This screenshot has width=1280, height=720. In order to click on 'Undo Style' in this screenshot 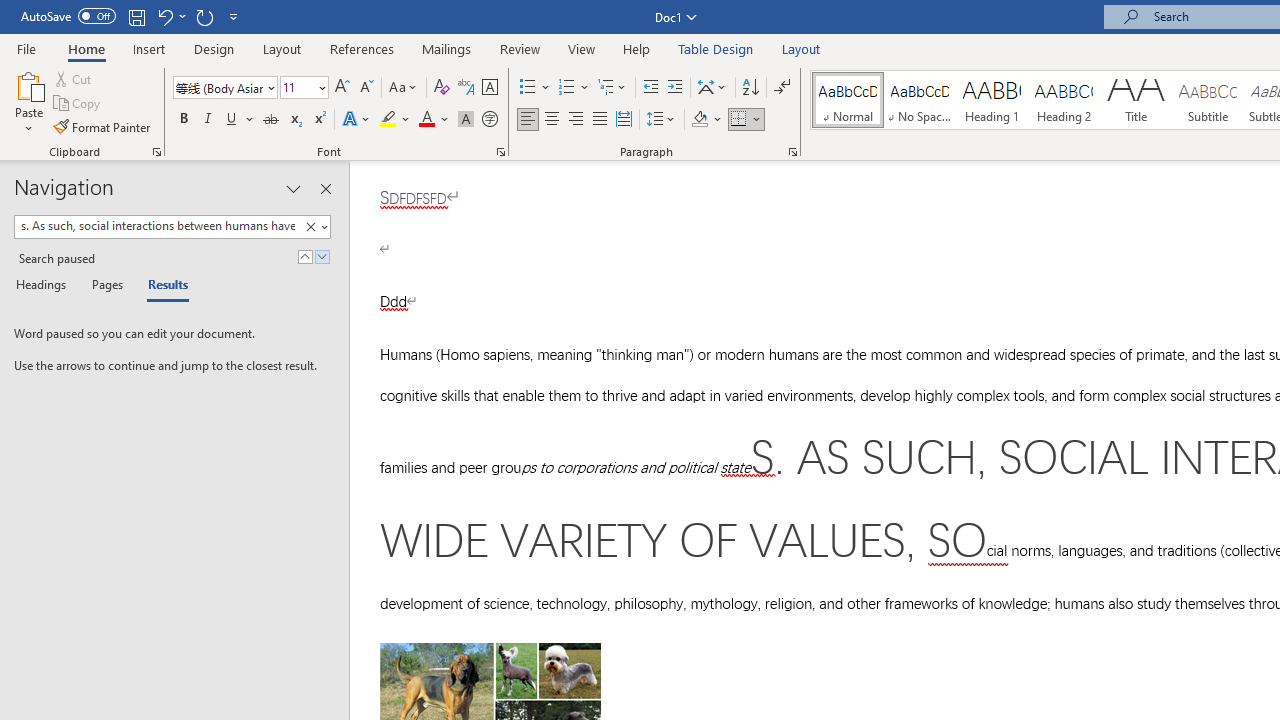, I will do `click(164, 16)`.